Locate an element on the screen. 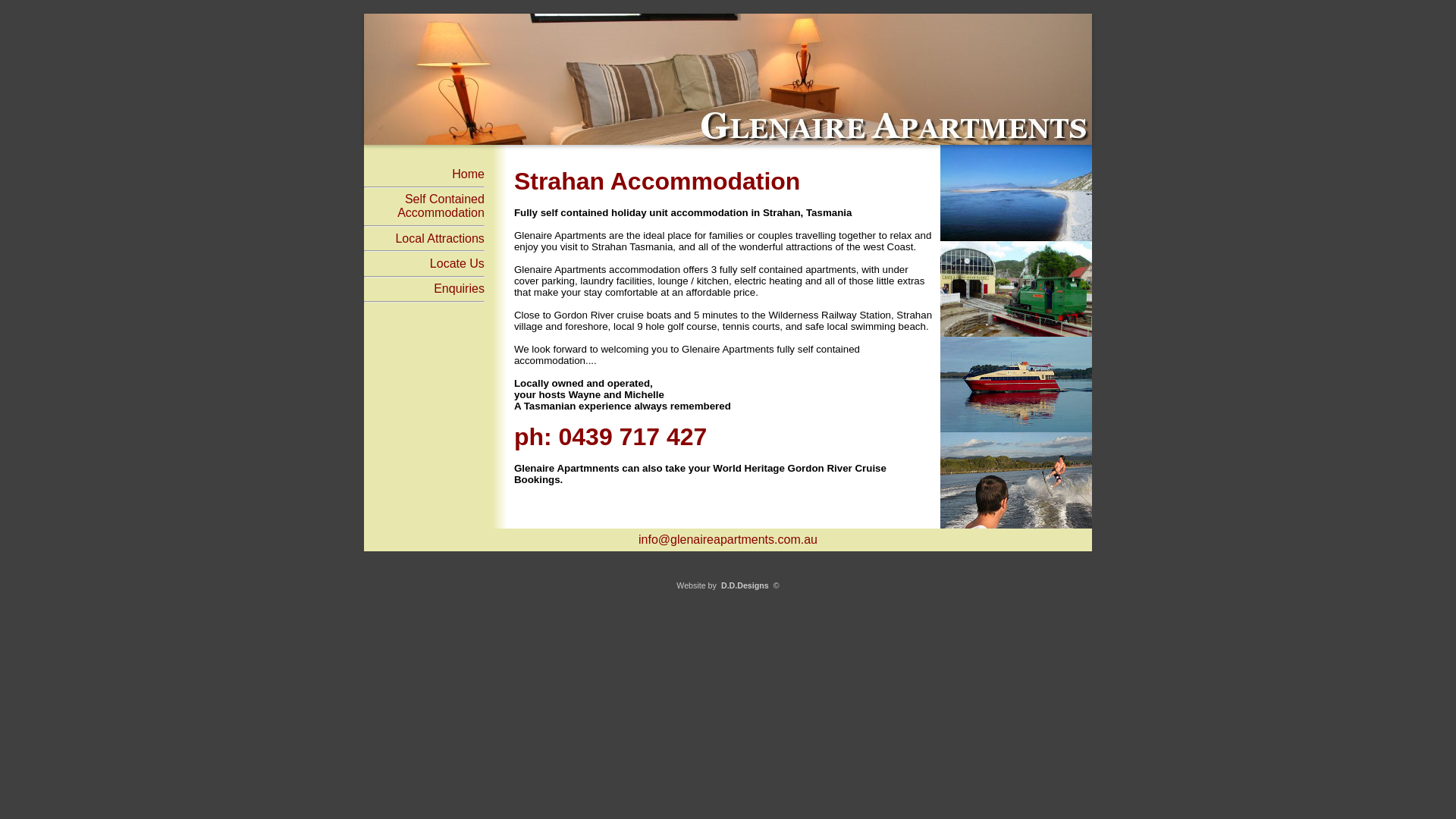  'Locate Us' is located at coordinates (457, 262).